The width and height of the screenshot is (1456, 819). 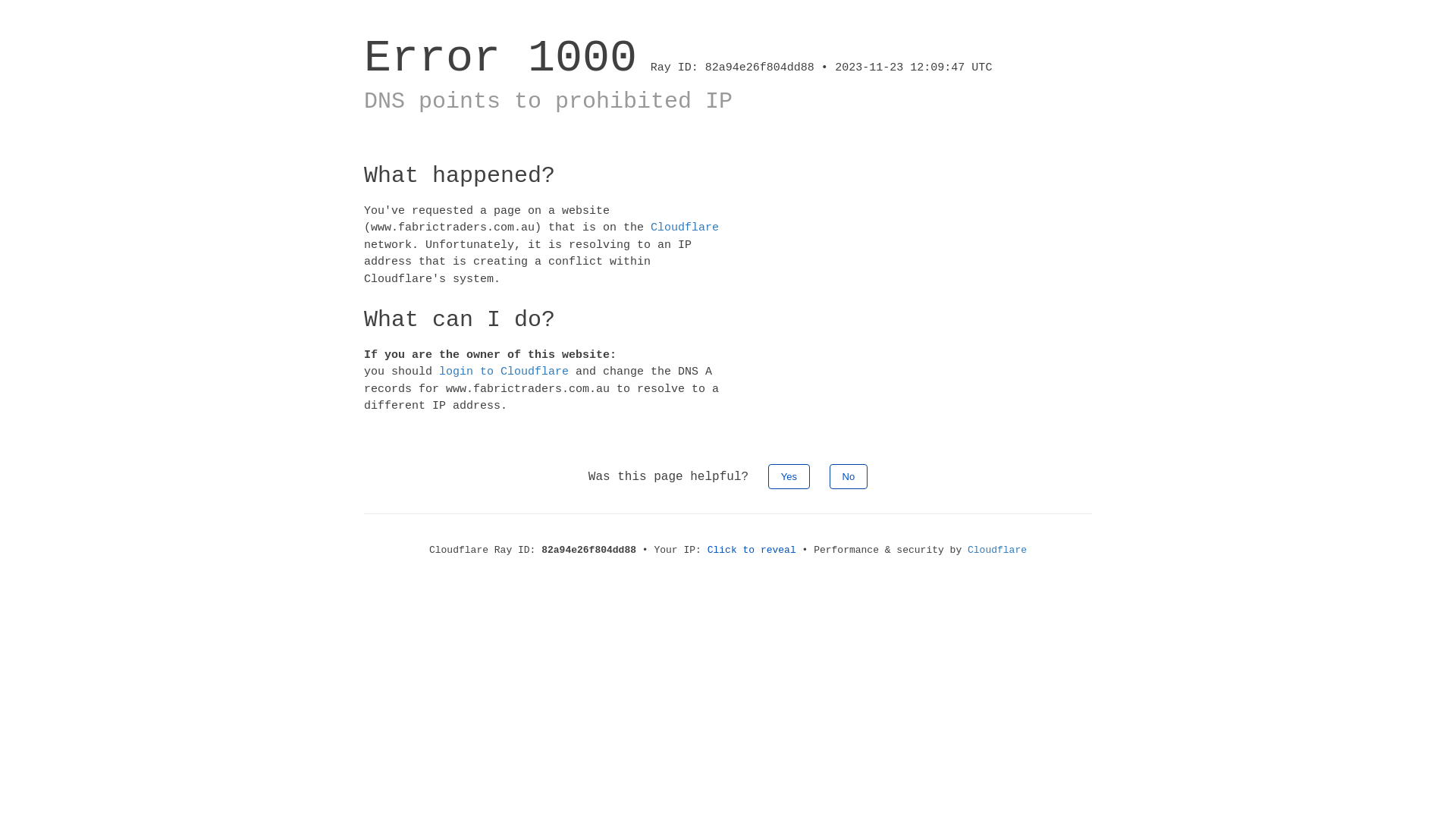 I want to click on 'No', so click(x=848, y=475).